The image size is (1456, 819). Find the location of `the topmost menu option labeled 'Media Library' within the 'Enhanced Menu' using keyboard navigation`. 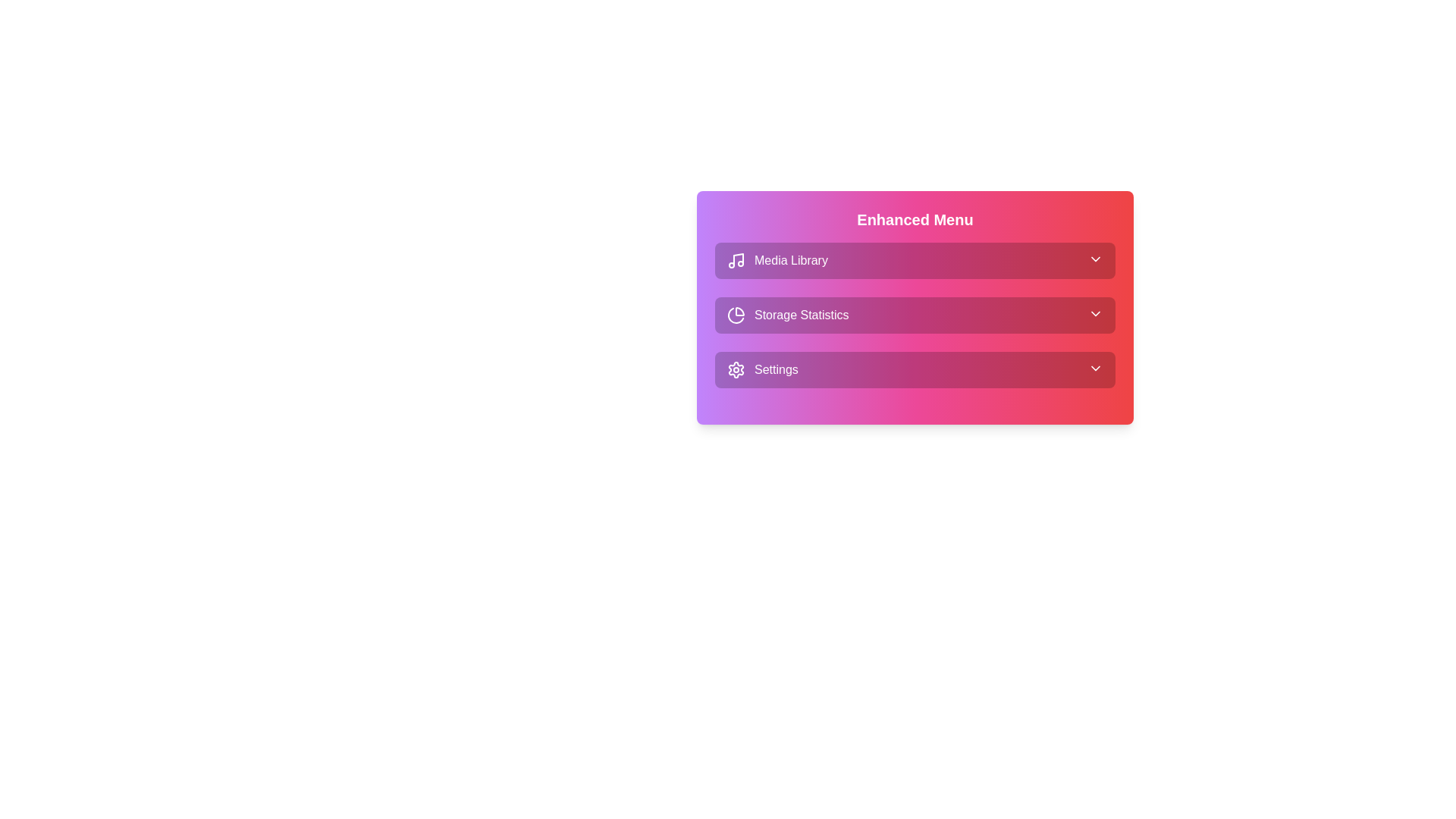

the topmost menu option labeled 'Media Library' within the 'Enhanced Menu' using keyboard navigation is located at coordinates (777, 259).